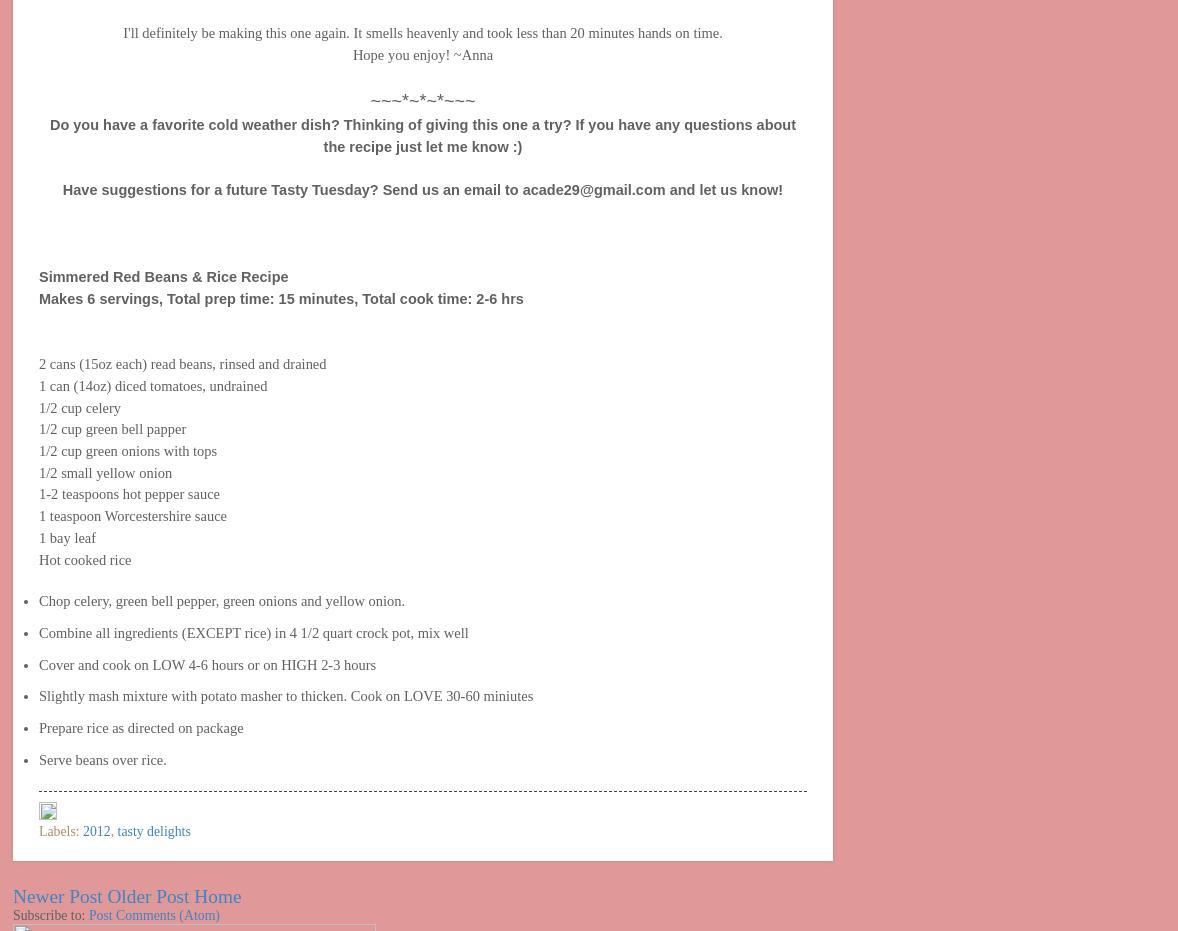 The image size is (1178, 931). What do you see at coordinates (422, 189) in the screenshot?
I see `'Have suggestions for a future Tasty Tuesday? Send us an email to acade29@gmail.com and let us know!'` at bounding box center [422, 189].